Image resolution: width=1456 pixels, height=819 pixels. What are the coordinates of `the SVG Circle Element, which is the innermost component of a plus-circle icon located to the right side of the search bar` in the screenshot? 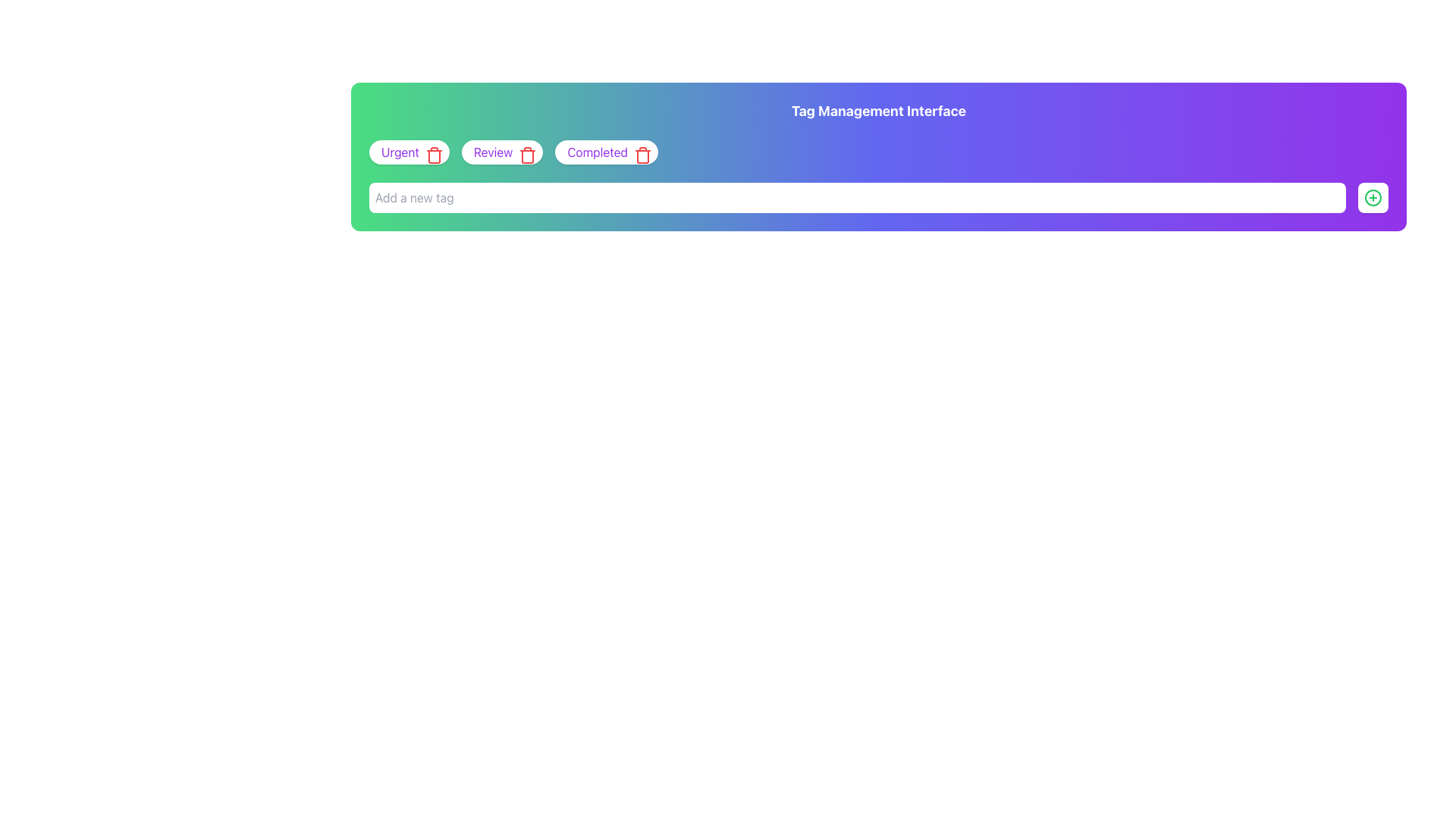 It's located at (1373, 197).